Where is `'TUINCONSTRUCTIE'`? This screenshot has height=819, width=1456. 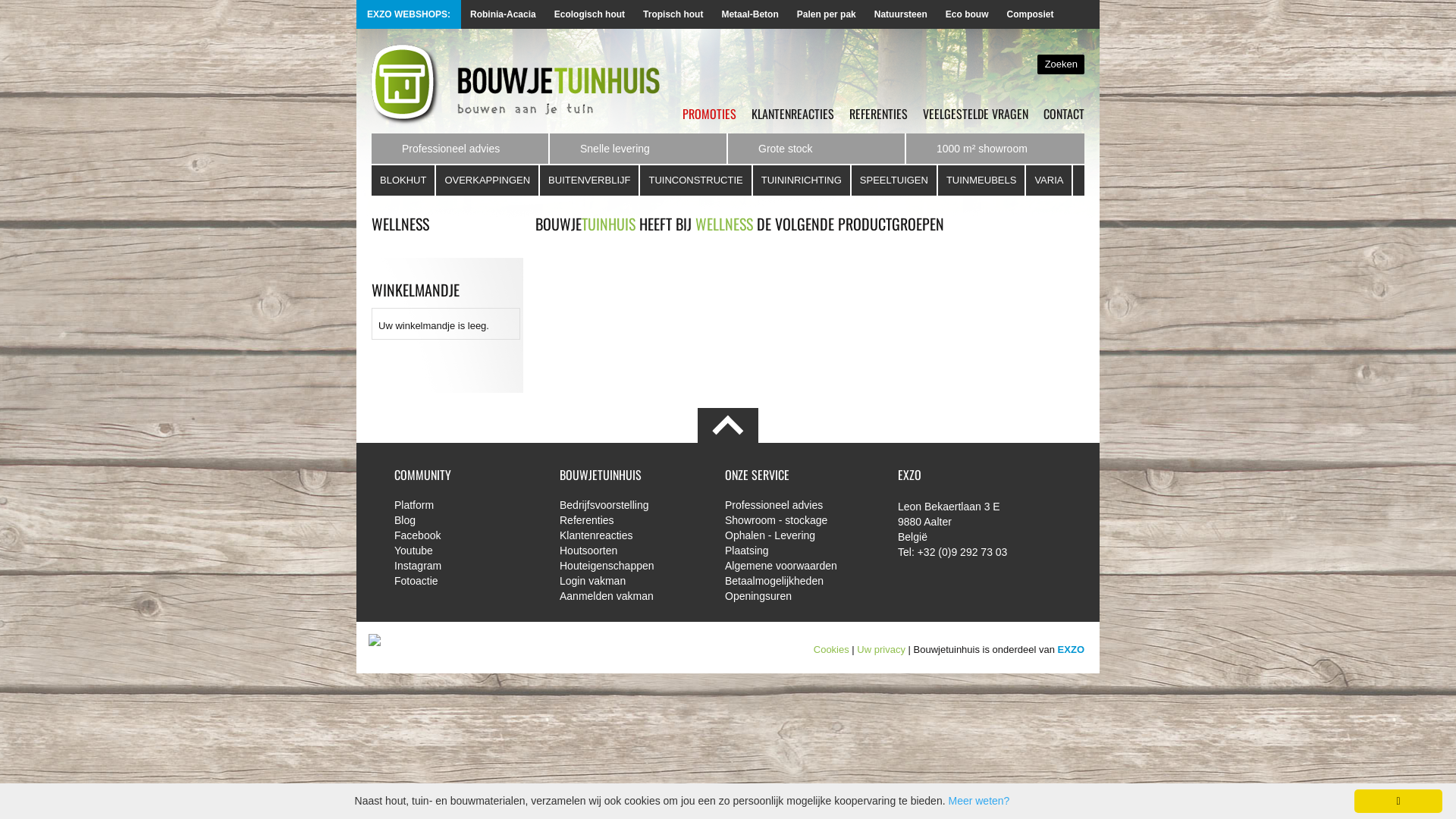 'TUINCONSTRUCTIE' is located at coordinates (695, 180).